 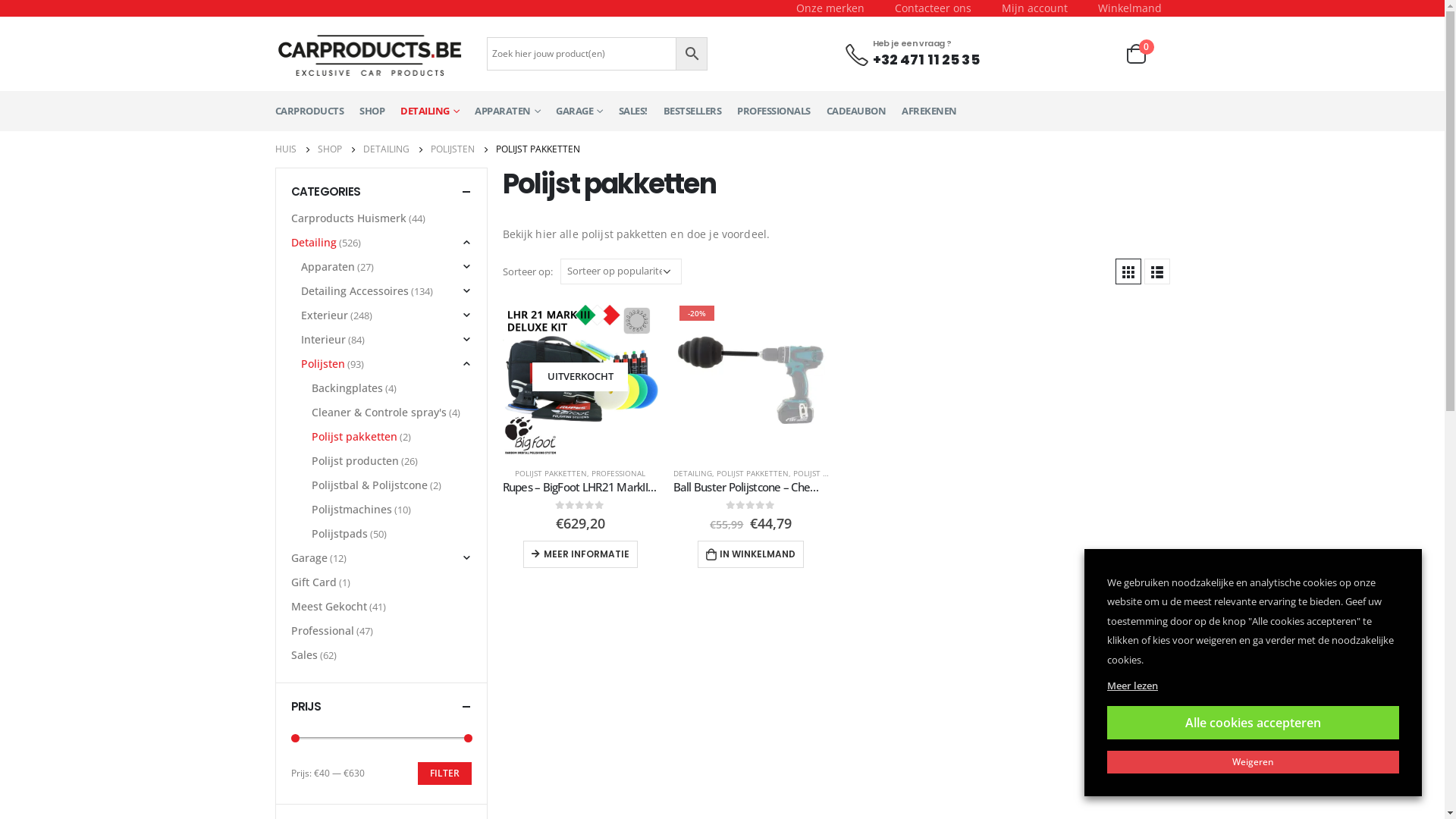 I want to click on 'Sales', so click(x=303, y=654).